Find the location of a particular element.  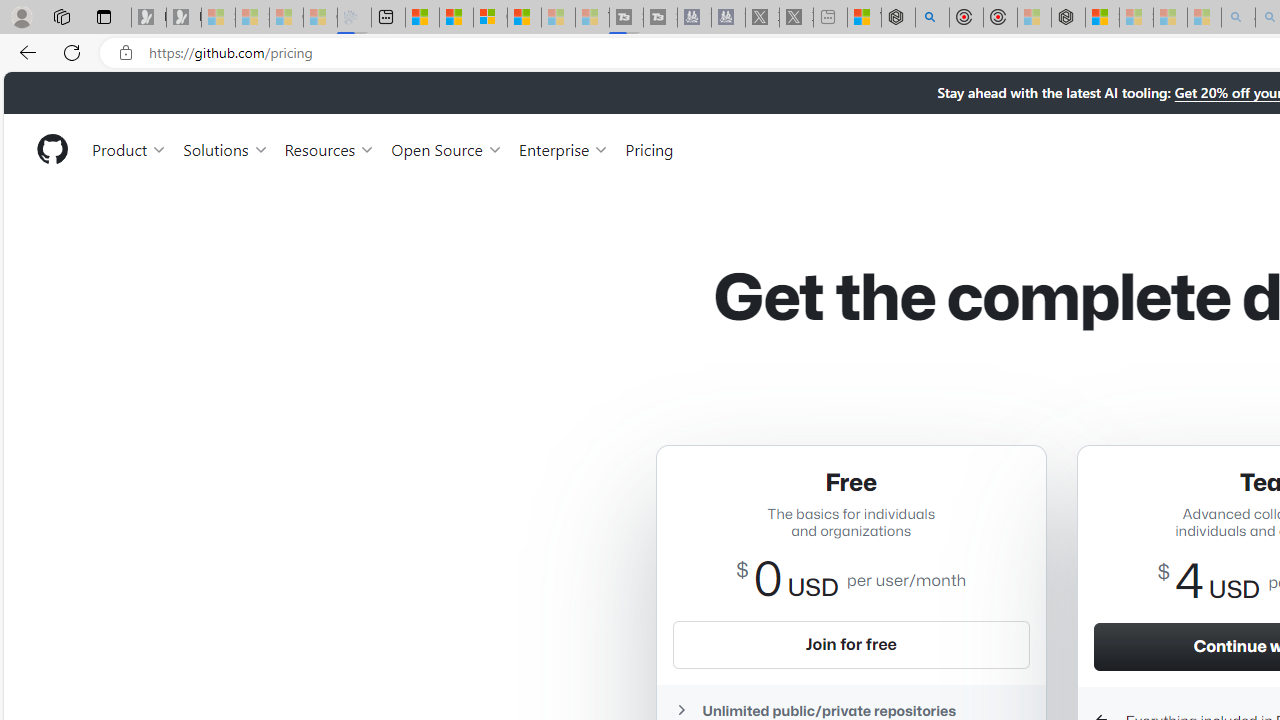

'Newsletter Sign Up - Sleeping' is located at coordinates (183, 17).